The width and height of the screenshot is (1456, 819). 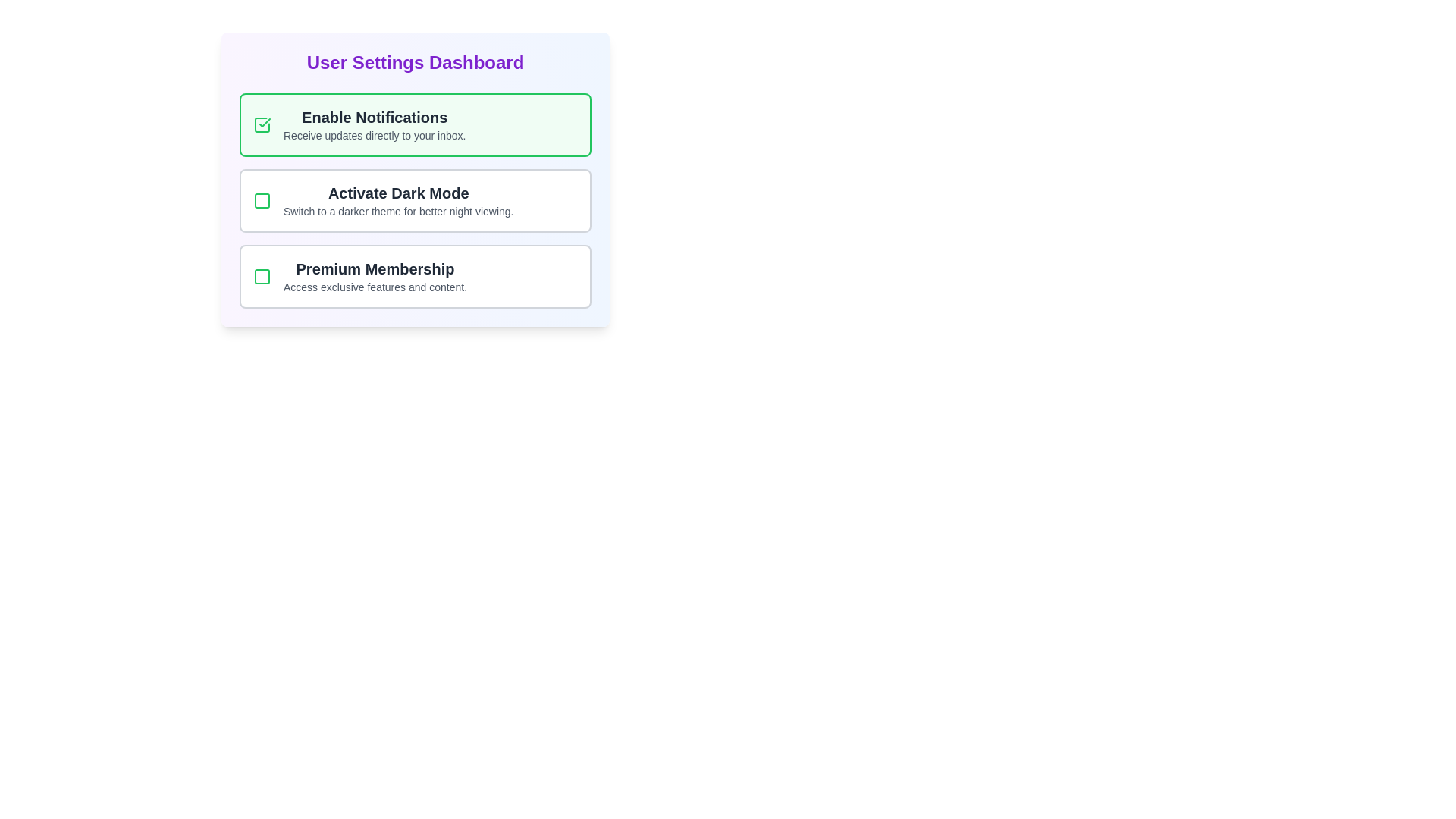 What do you see at coordinates (375, 277) in the screenshot?
I see `the checkbox associated with the 'Premium Membership' text label to enable the option` at bounding box center [375, 277].